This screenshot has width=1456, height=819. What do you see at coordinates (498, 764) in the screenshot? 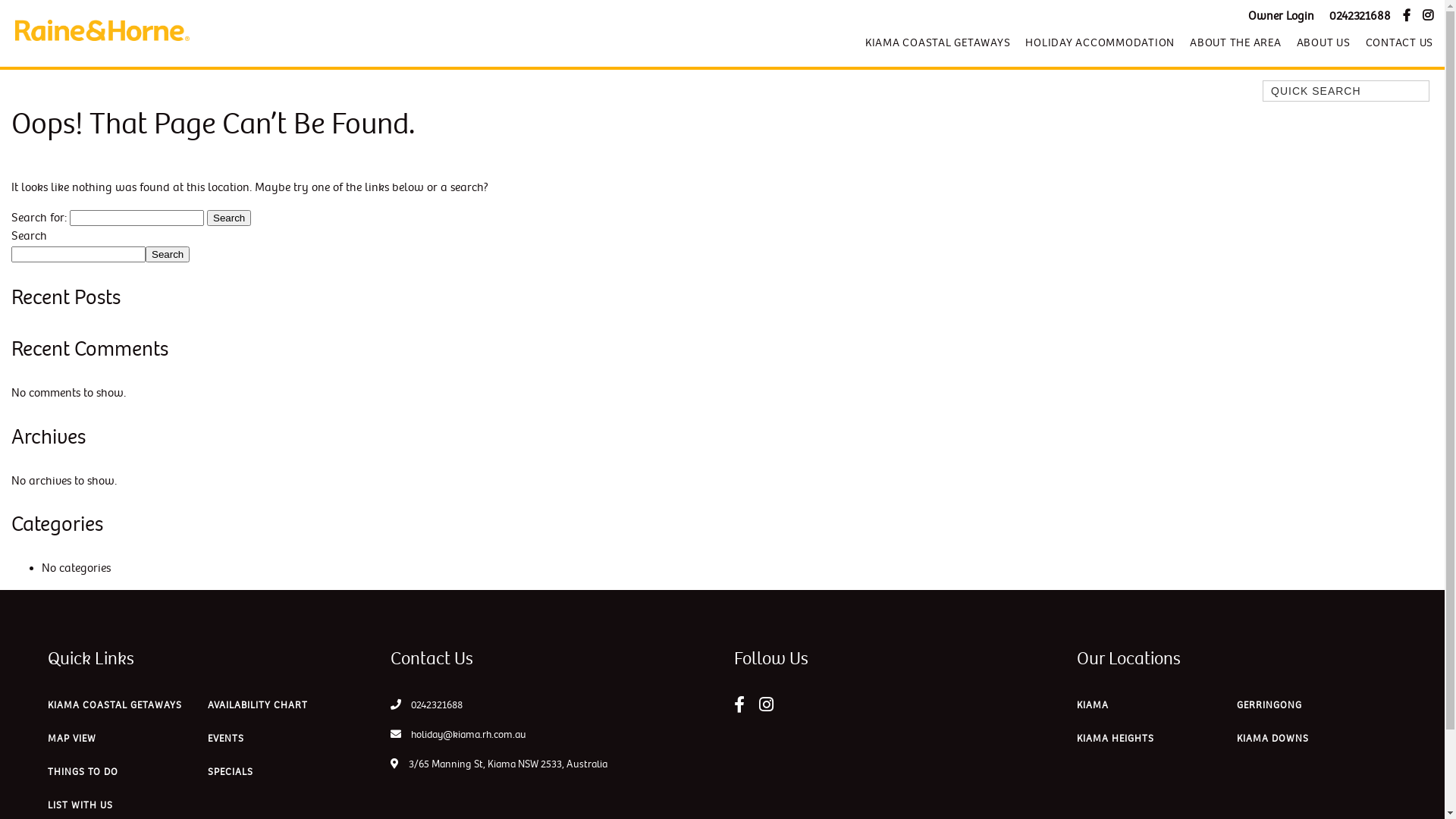
I see `'3/65 Manning St, Kiama NSW 2533, Australia'` at bounding box center [498, 764].